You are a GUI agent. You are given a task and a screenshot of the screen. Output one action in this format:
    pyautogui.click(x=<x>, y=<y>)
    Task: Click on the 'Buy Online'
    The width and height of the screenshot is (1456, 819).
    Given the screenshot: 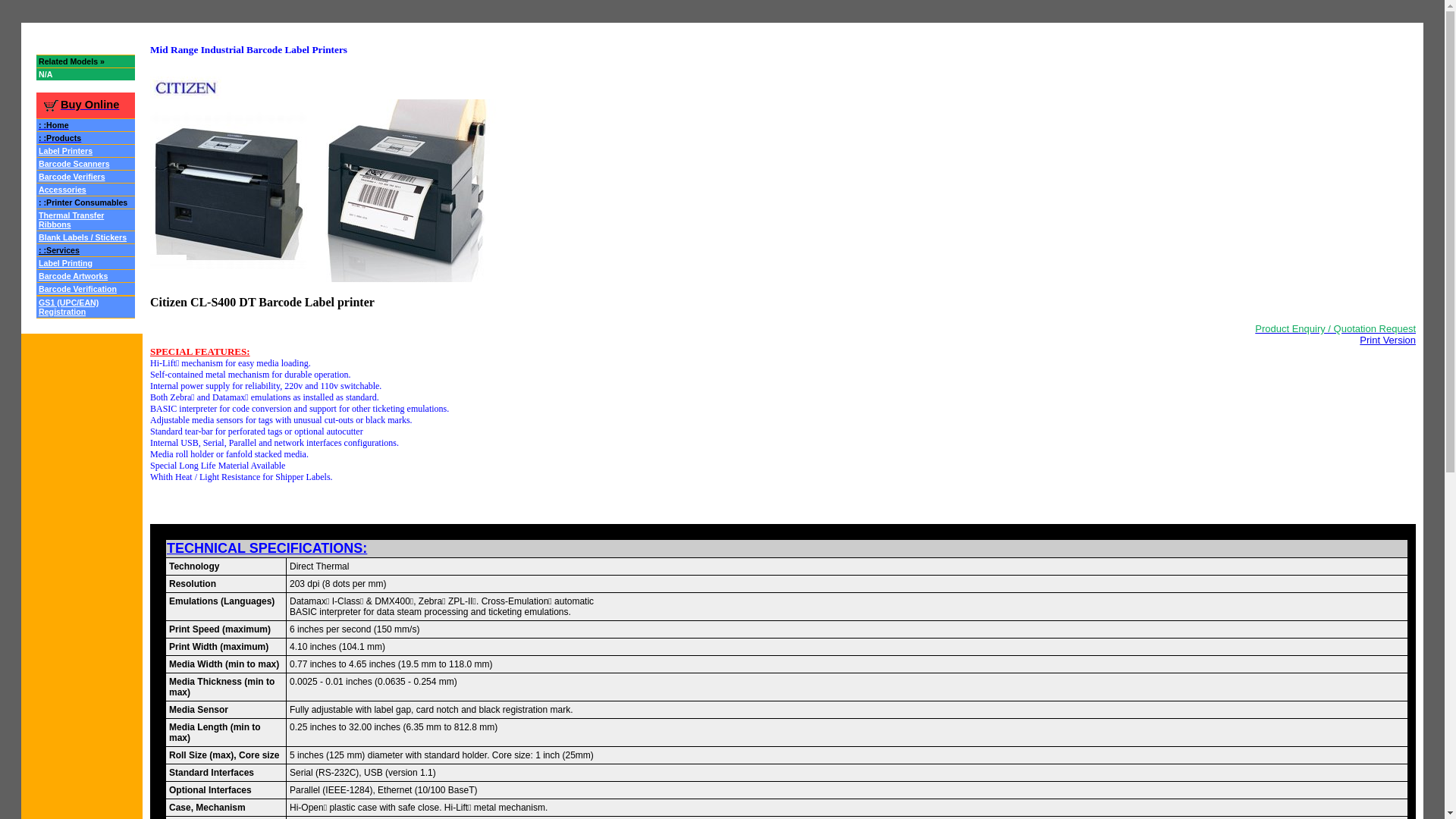 What is the action you would take?
    pyautogui.click(x=79, y=103)
    